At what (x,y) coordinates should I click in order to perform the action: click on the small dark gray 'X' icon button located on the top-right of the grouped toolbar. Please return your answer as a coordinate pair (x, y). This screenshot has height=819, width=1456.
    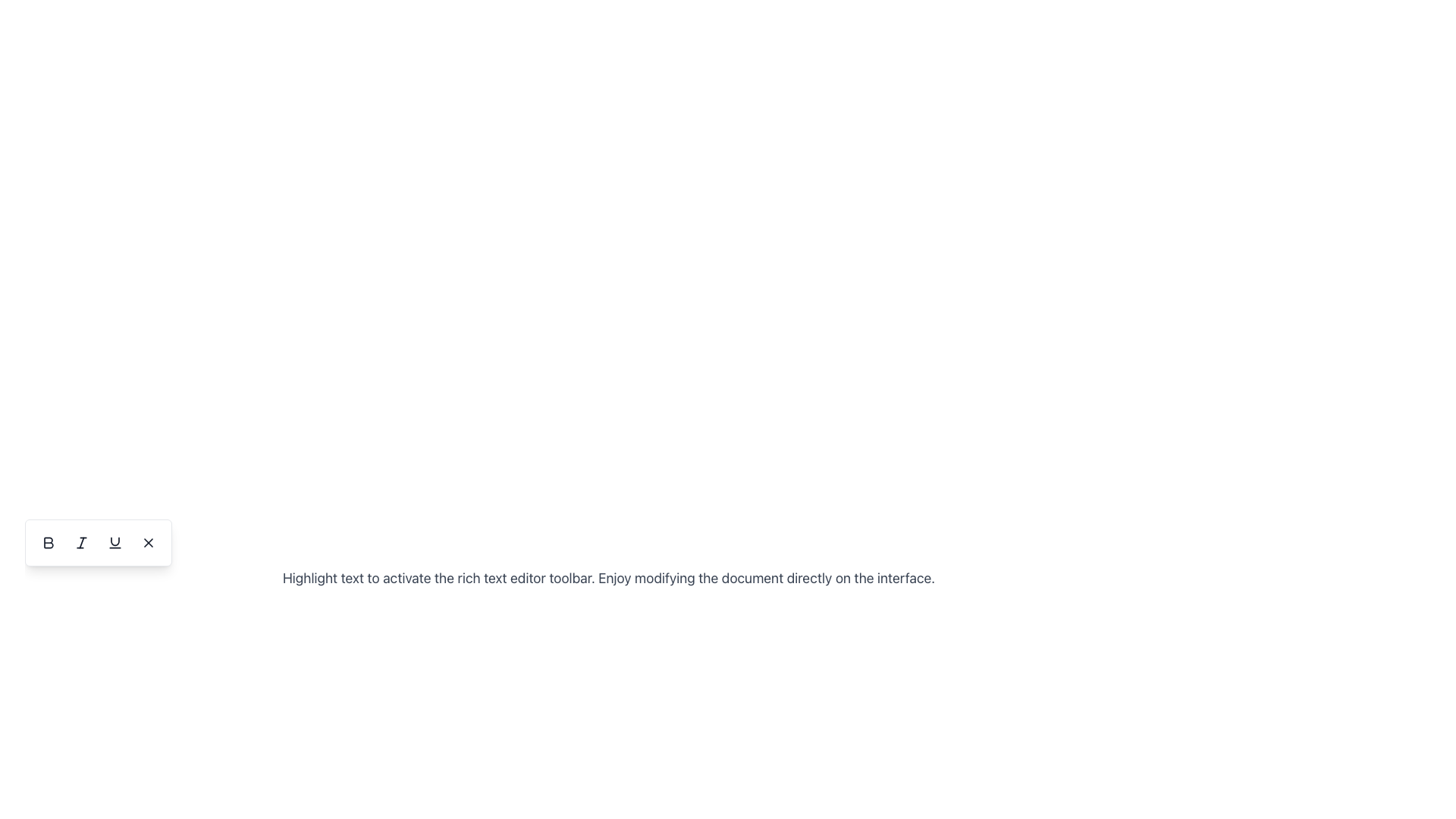
    Looking at the image, I should click on (149, 542).